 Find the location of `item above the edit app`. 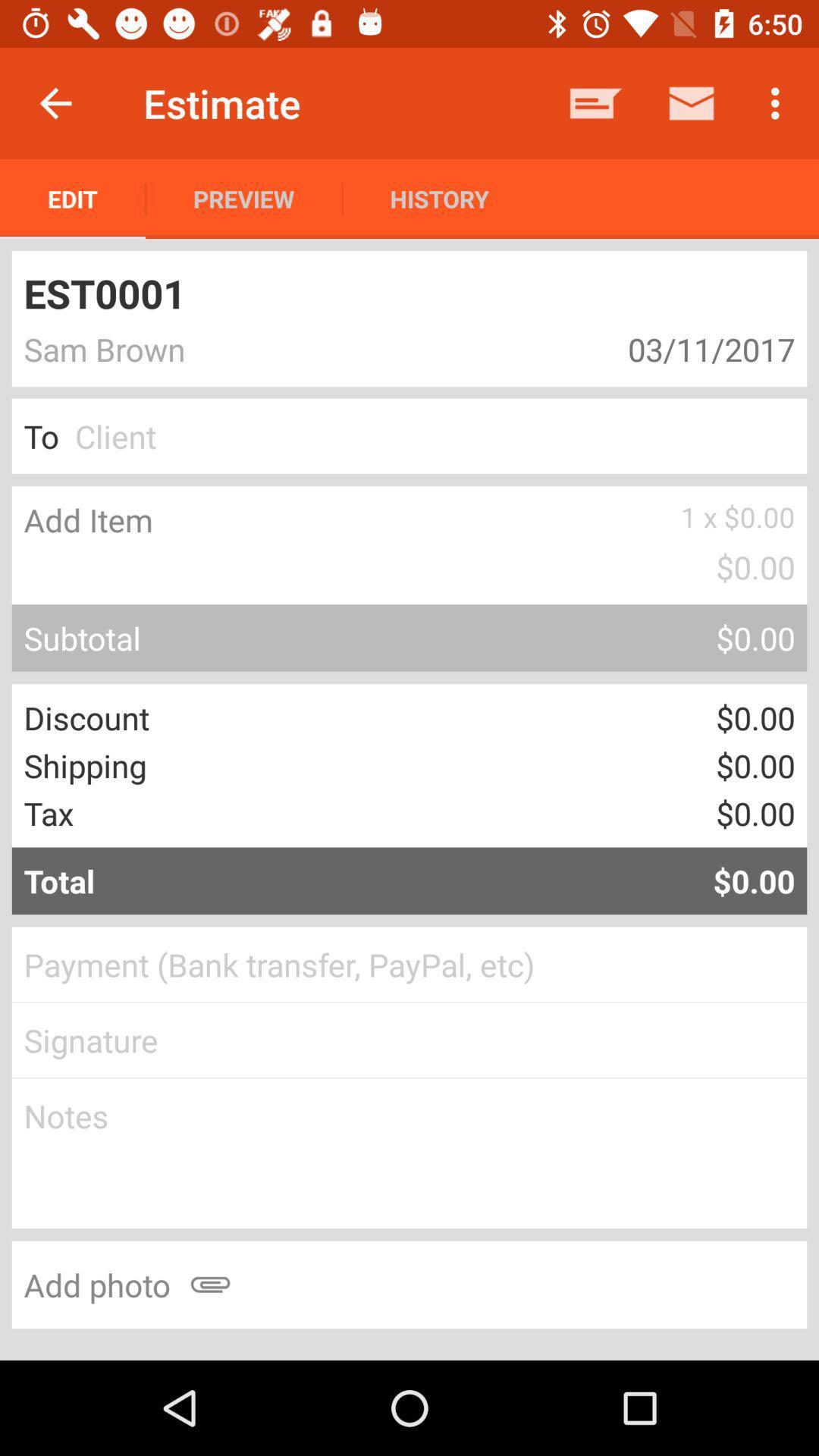

item above the edit app is located at coordinates (55, 102).